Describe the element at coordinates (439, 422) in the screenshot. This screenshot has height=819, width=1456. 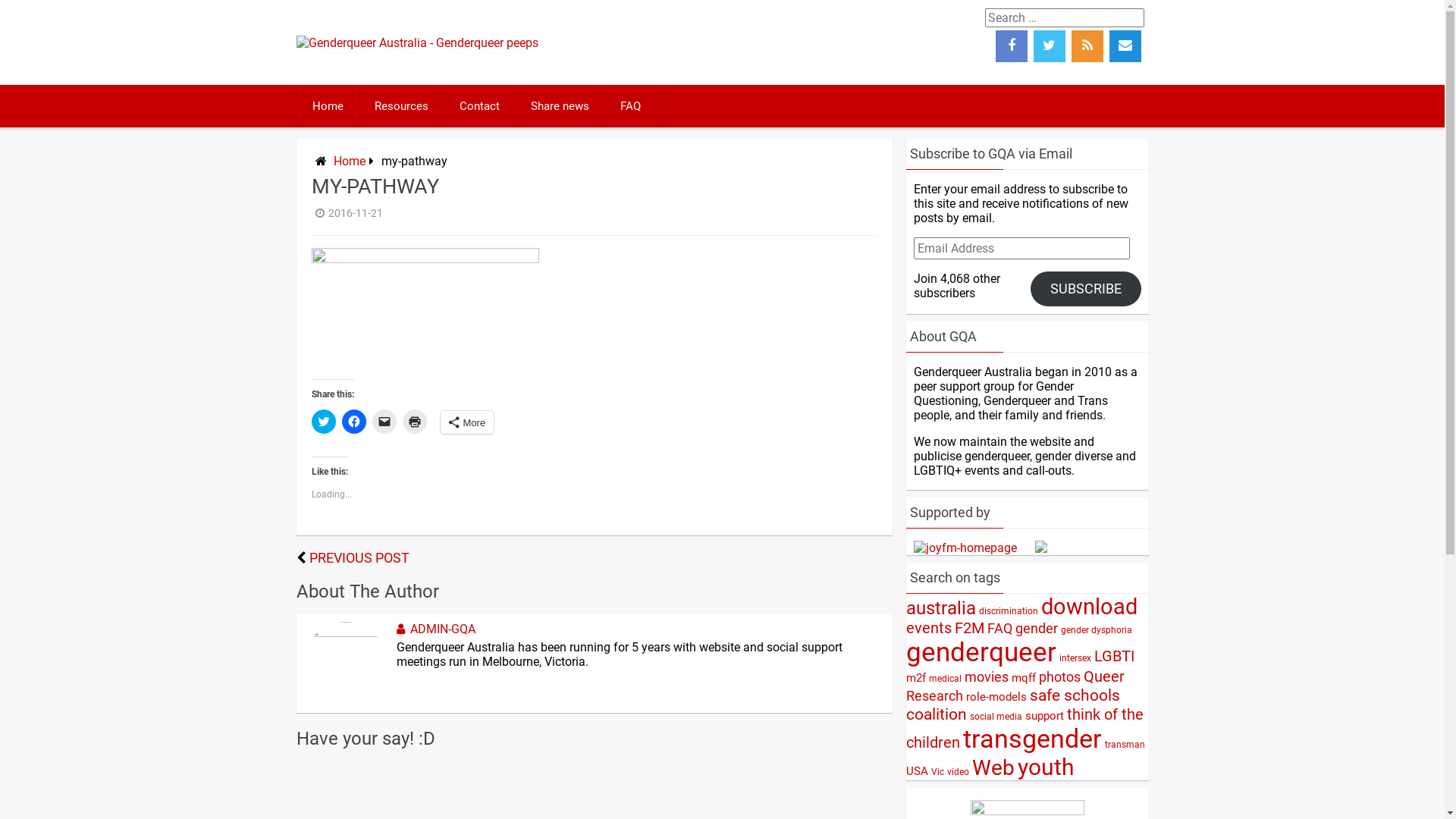
I see `'More'` at that location.